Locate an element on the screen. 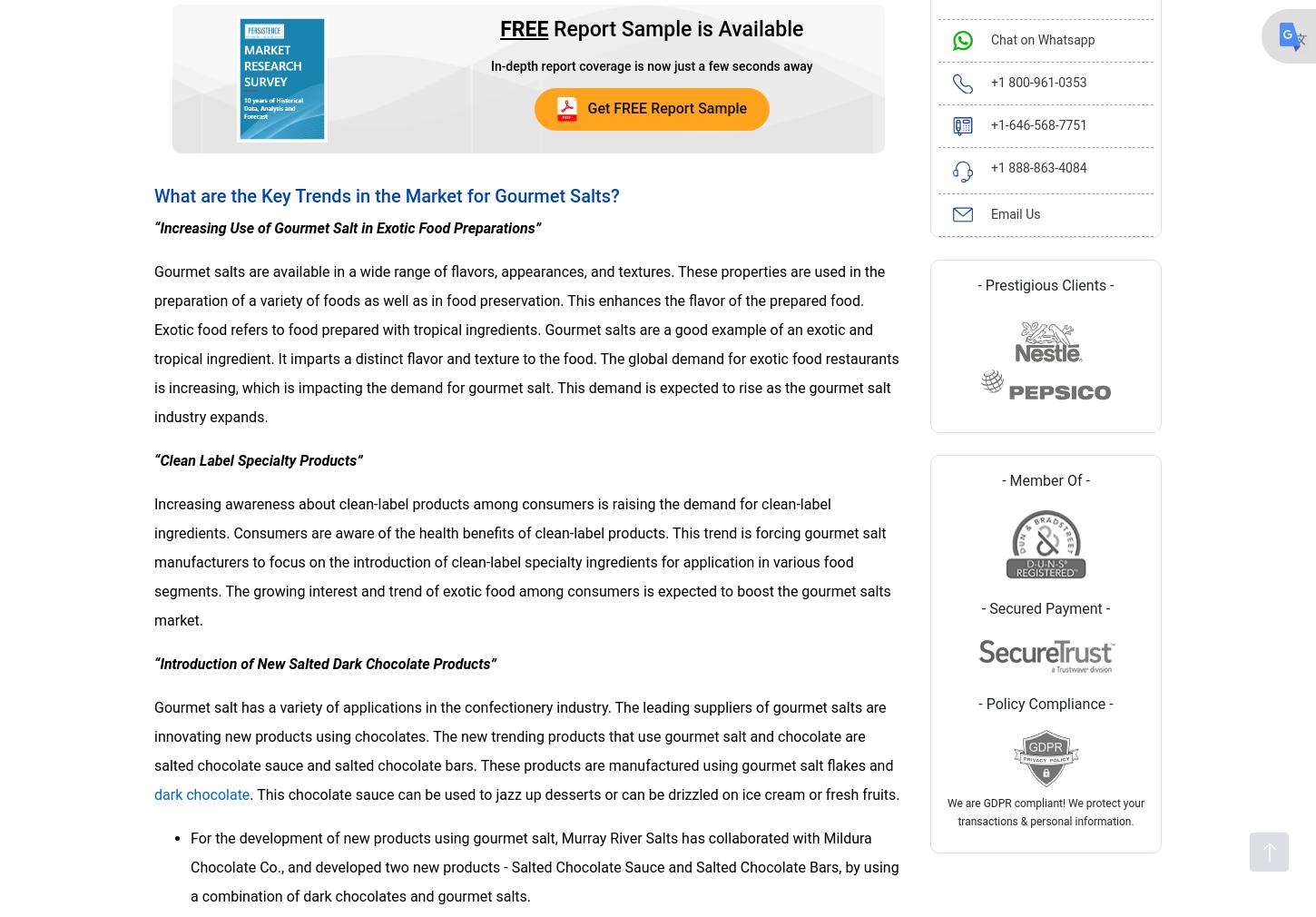 The image size is (1316, 917). '- Policy Compliance -' is located at coordinates (1045, 703).